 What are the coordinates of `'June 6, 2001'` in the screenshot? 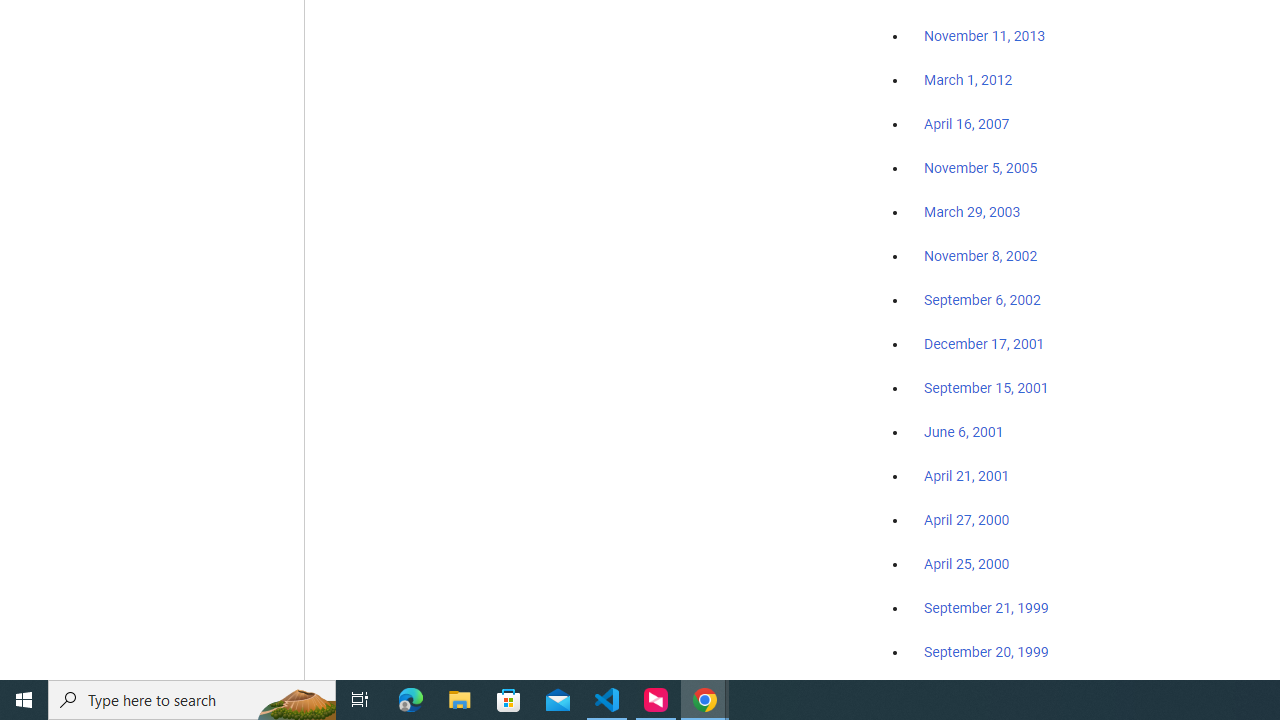 It's located at (963, 431).